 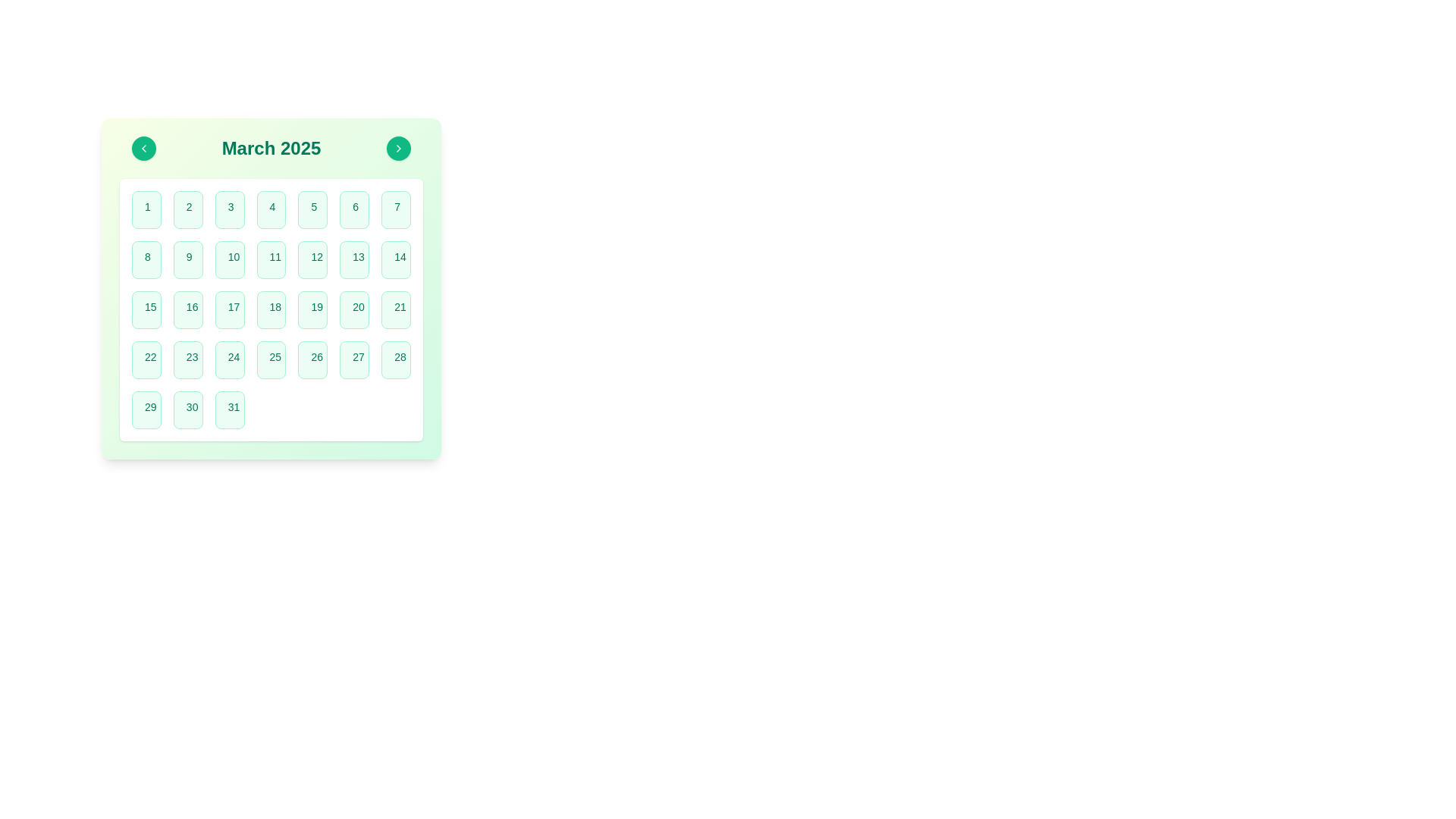 I want to click on the button that navigates to the next month in the calendar view, located in the header section next to 'March 2025', so click(x=399, y=149).